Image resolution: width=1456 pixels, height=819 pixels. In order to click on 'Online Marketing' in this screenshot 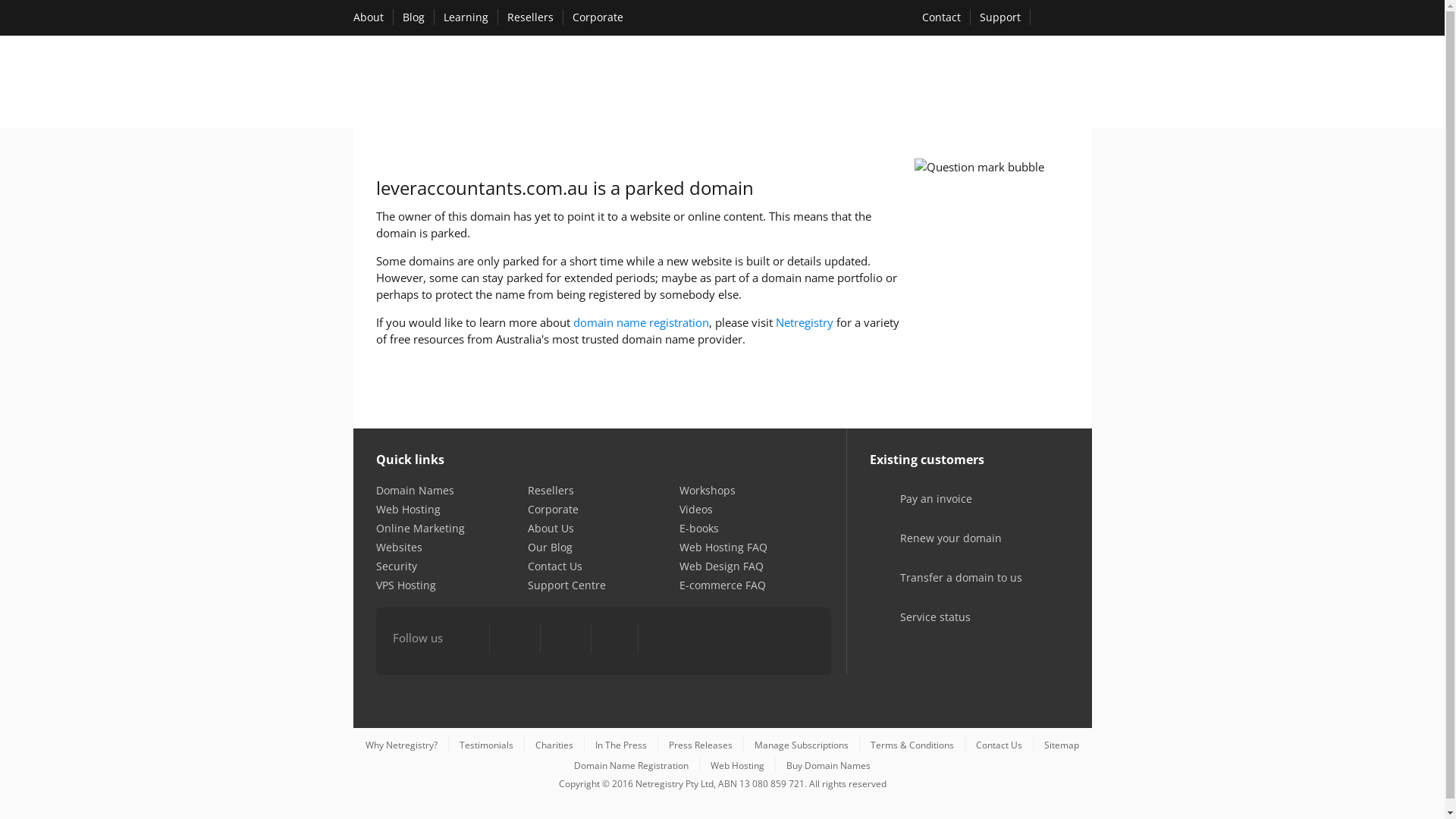, I will do `click(420, 527)`.